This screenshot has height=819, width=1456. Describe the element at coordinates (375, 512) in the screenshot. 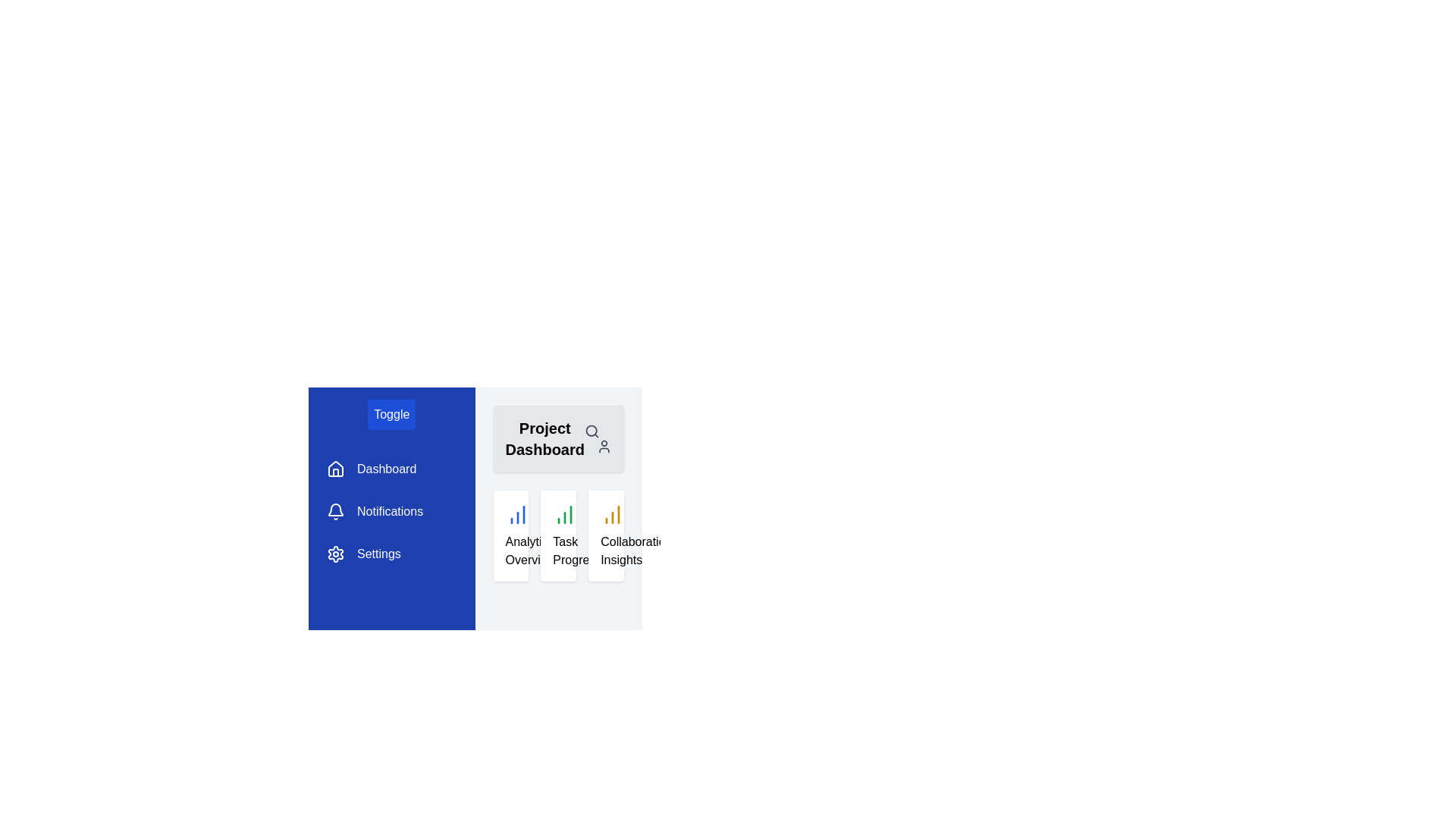

I see `the 'Notifications' menu option, which displays a bell icon and the text in white on a blue background, positioned between 'Dashboard' and 'Settings'` at that location.